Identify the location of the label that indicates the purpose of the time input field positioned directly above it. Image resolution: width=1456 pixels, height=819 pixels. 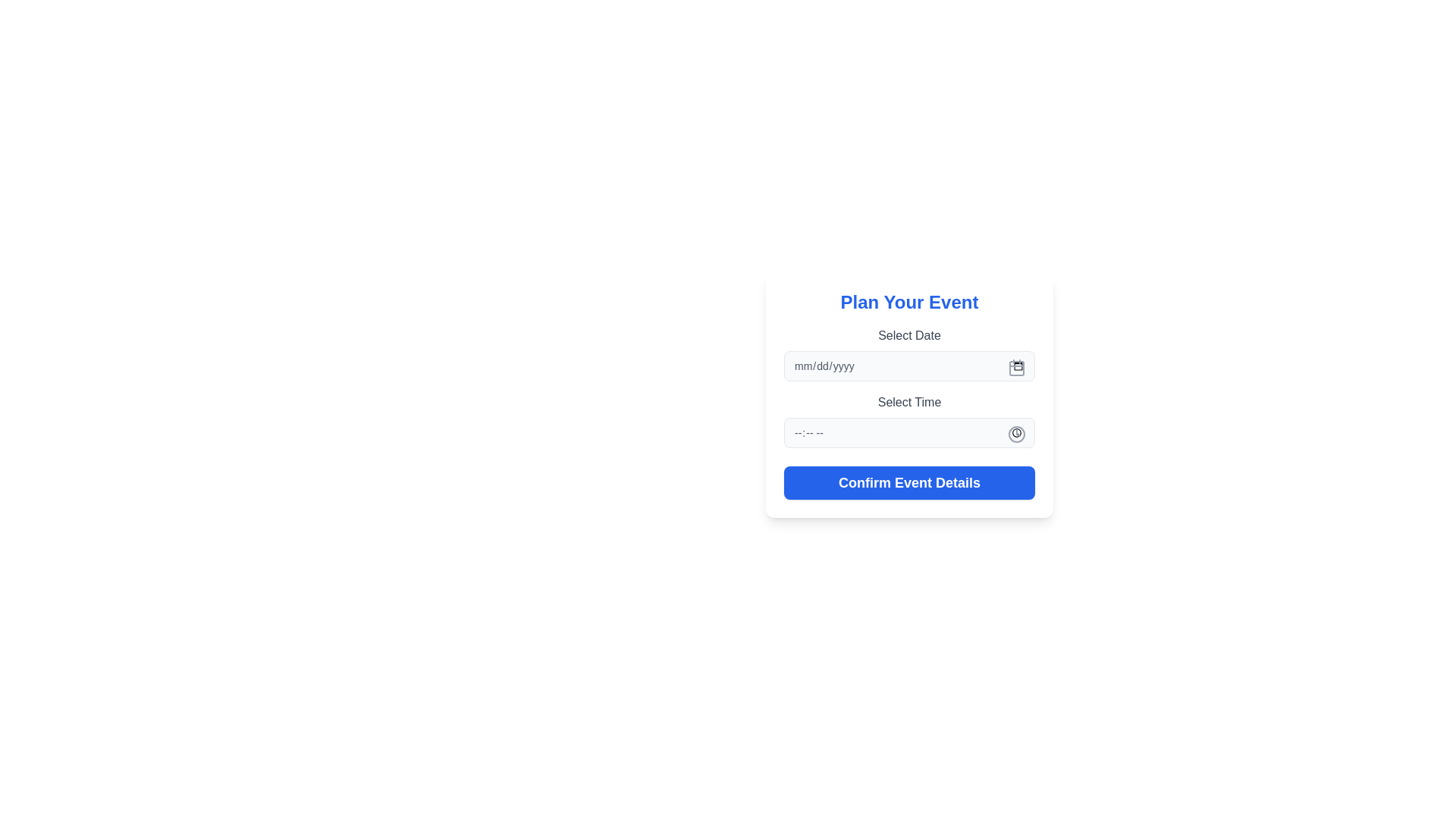
(909, 402).